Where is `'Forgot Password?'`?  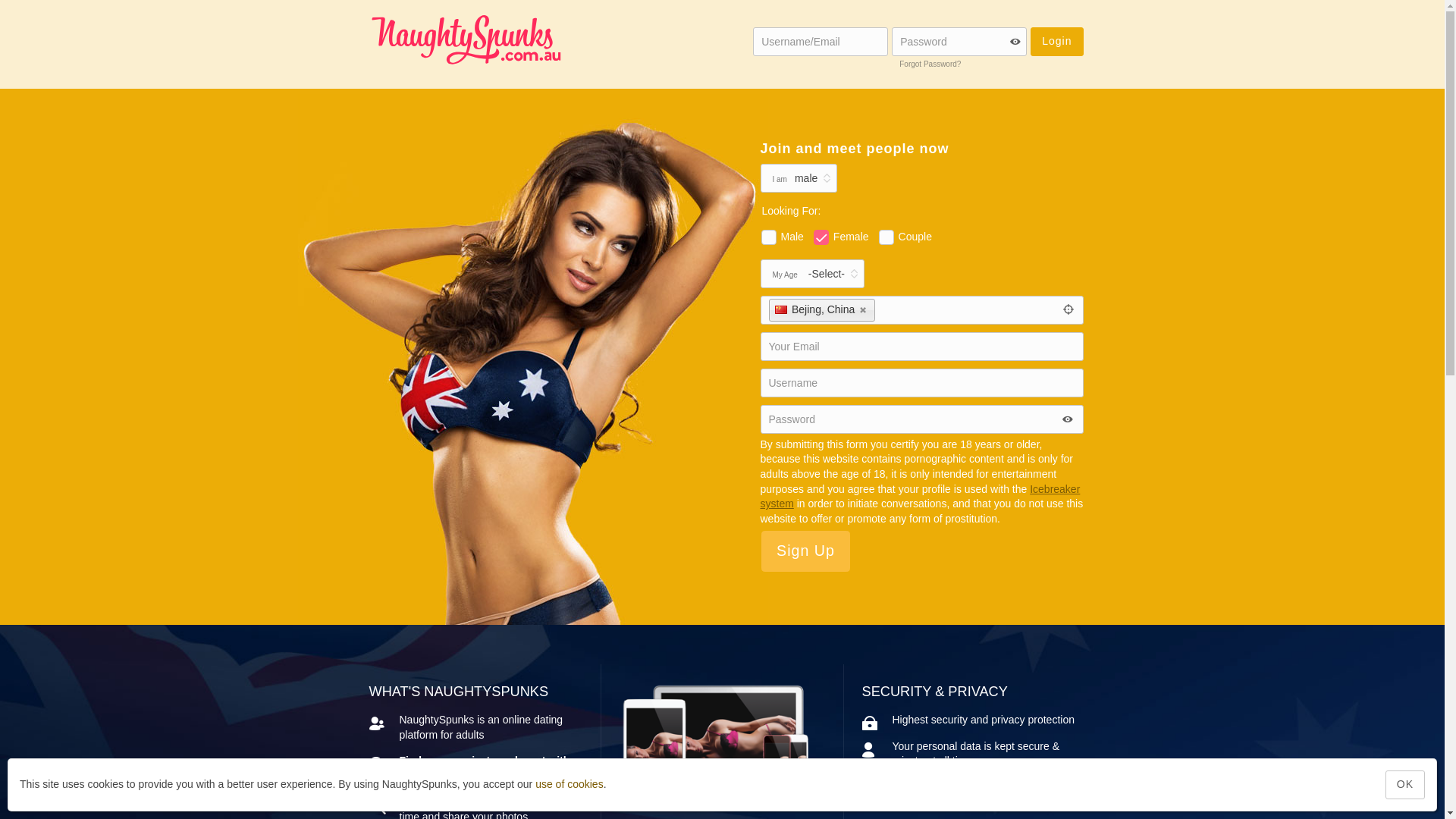
'Forgot Password?' is located at coordinates (929, 63).